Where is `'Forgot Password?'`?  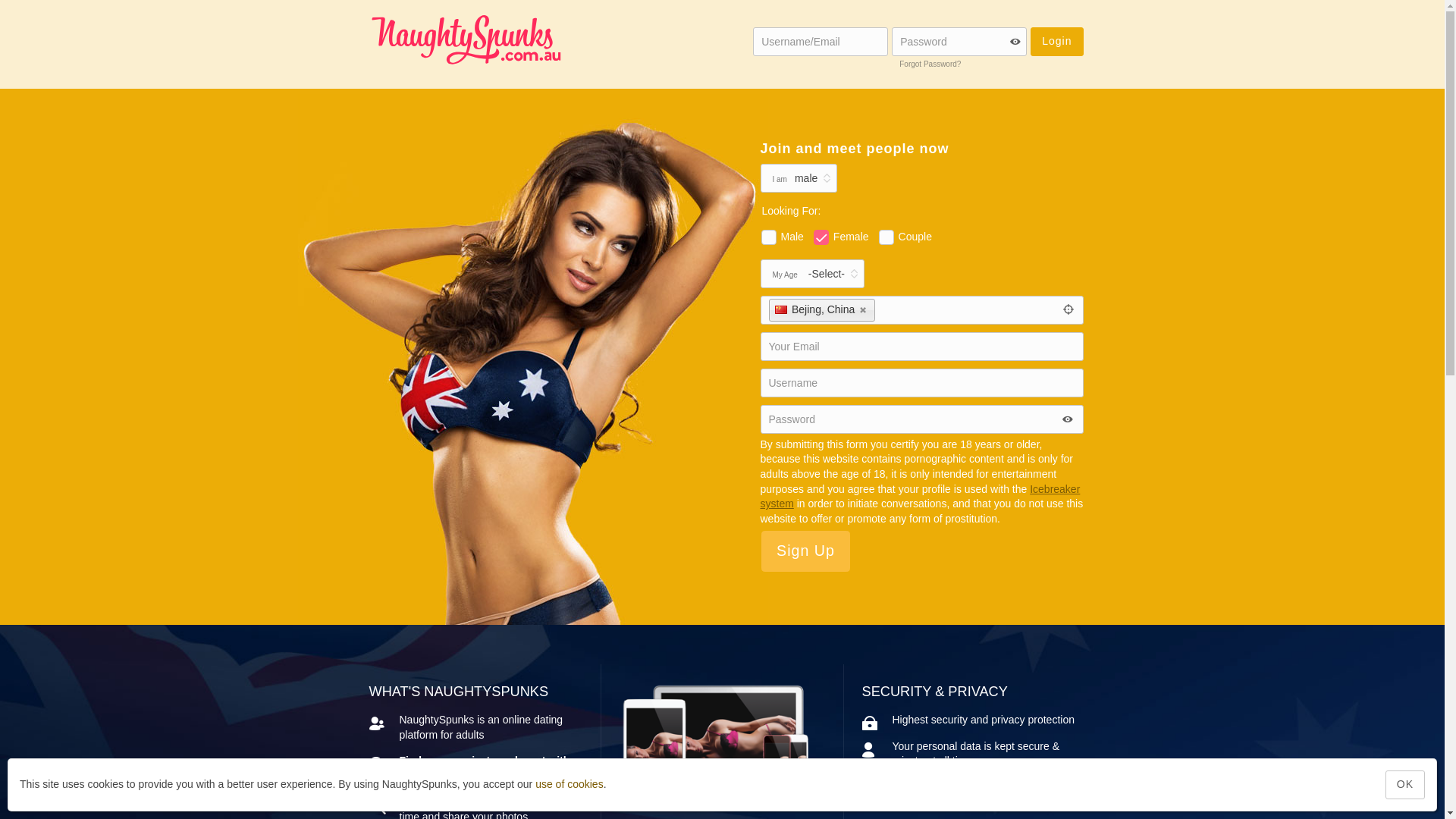
'Forgot Password?' is located at coordinates (929, 63).